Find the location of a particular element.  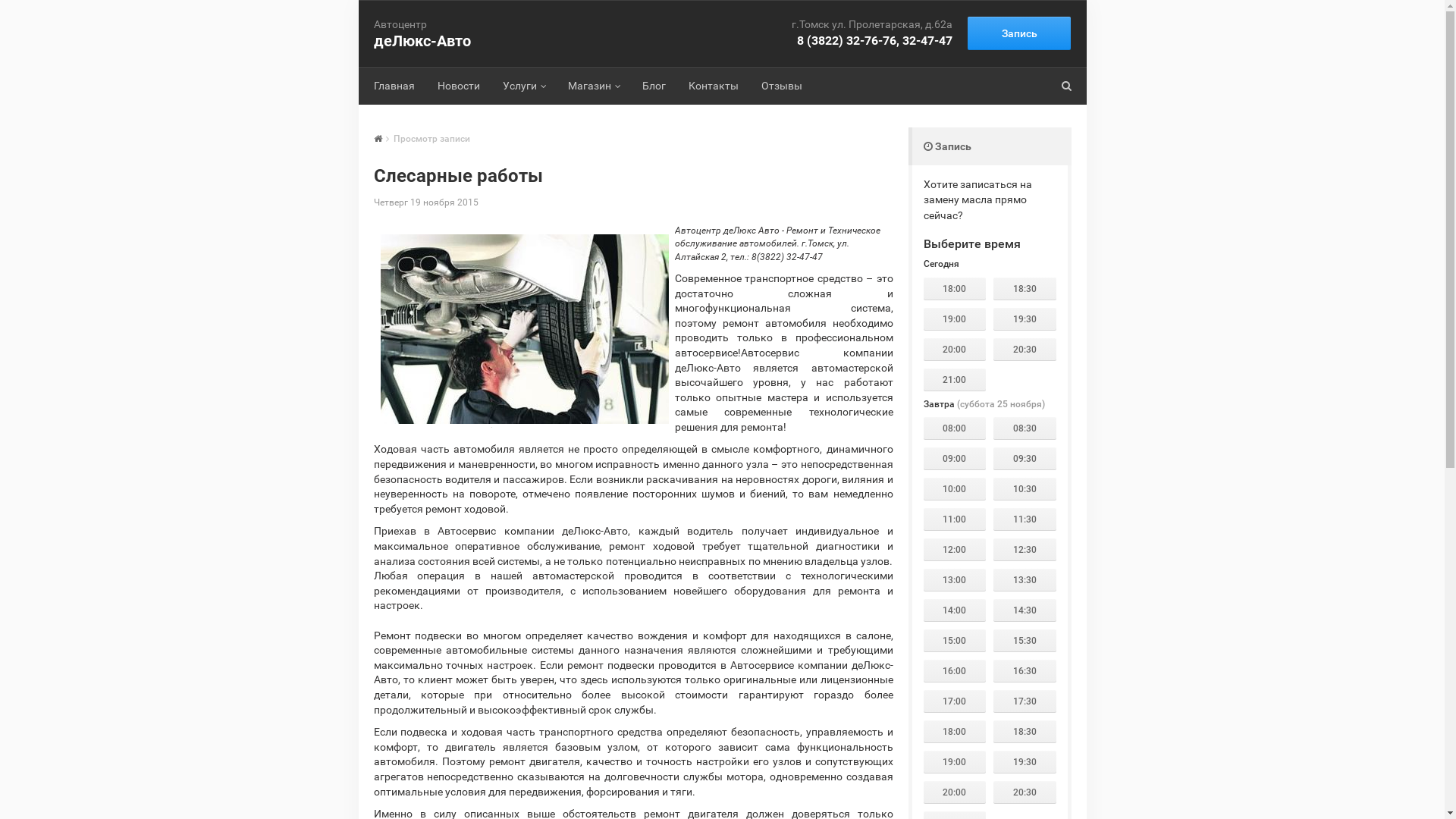

'11:00' is located at coordinates (954, 519).